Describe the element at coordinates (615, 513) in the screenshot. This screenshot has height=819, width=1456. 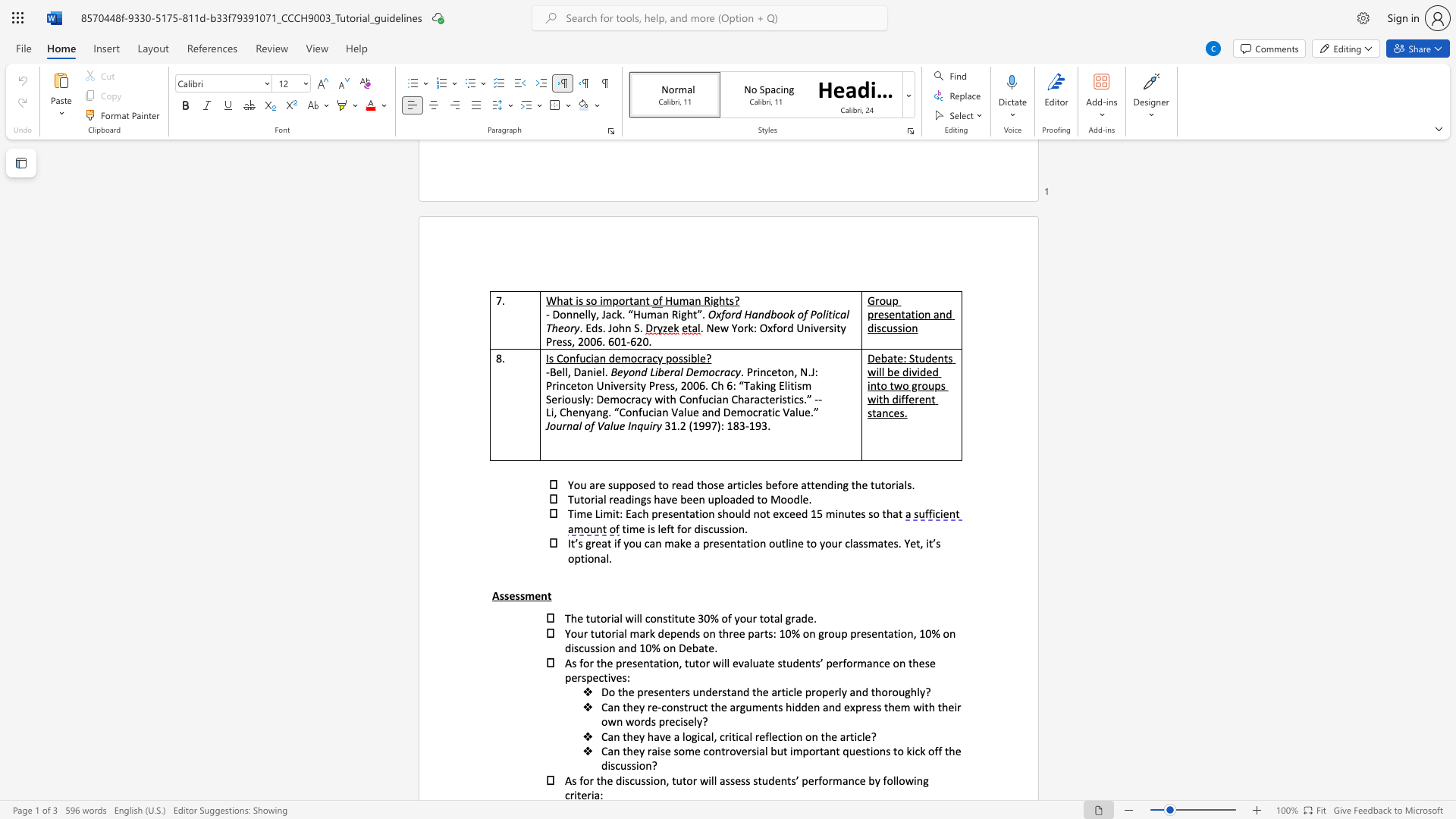
I see `the subset text "t: Each presentation should not exceed 15 m" within the text "Time Limit: Each presentation should not exceed 15 minutes so that"` at that location.